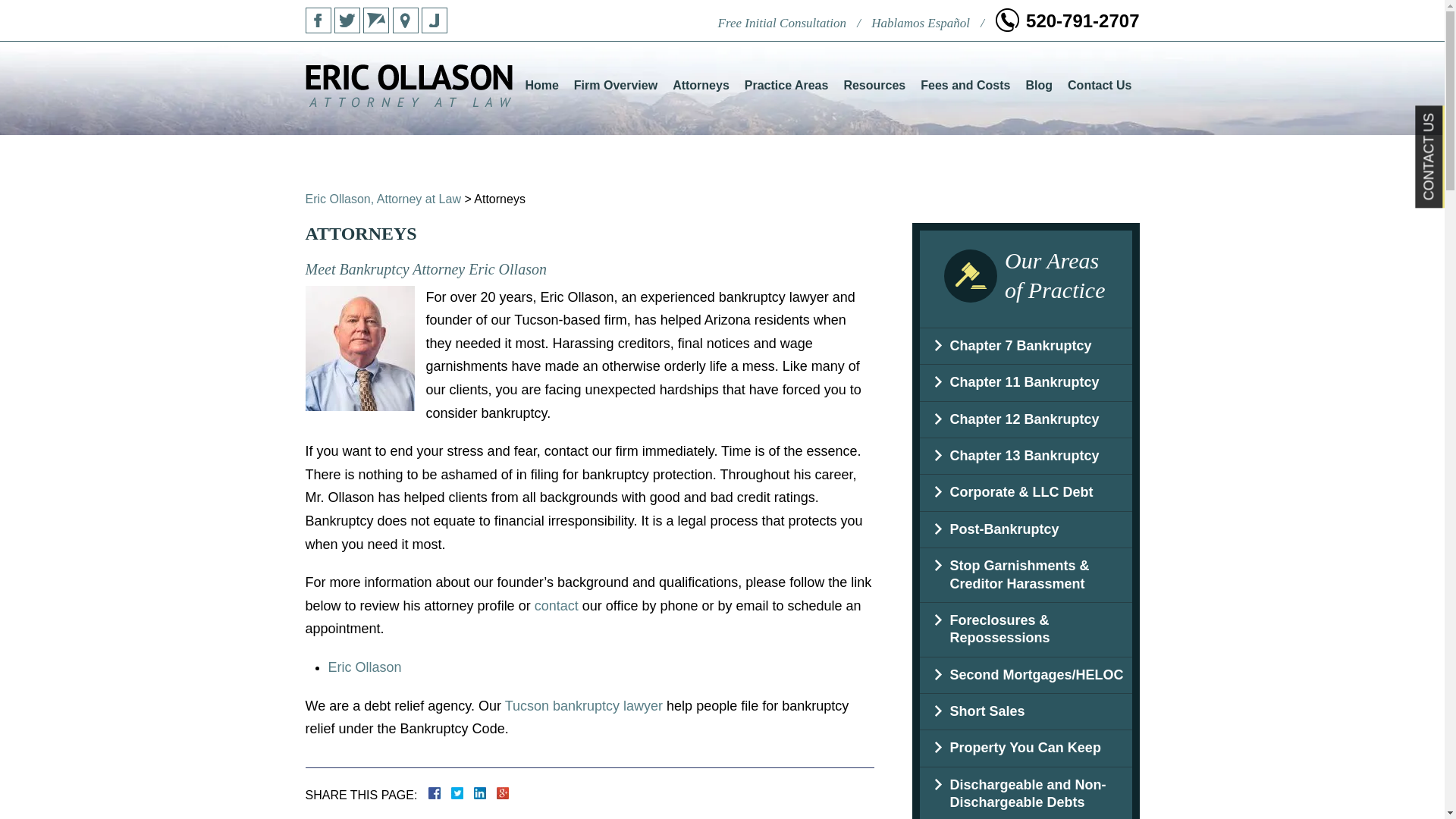 This screenshot has width=1456, height=819. Describe the element at coordinates (786, 85) in the screenshot. I see `'Practice Areas'` at that location.